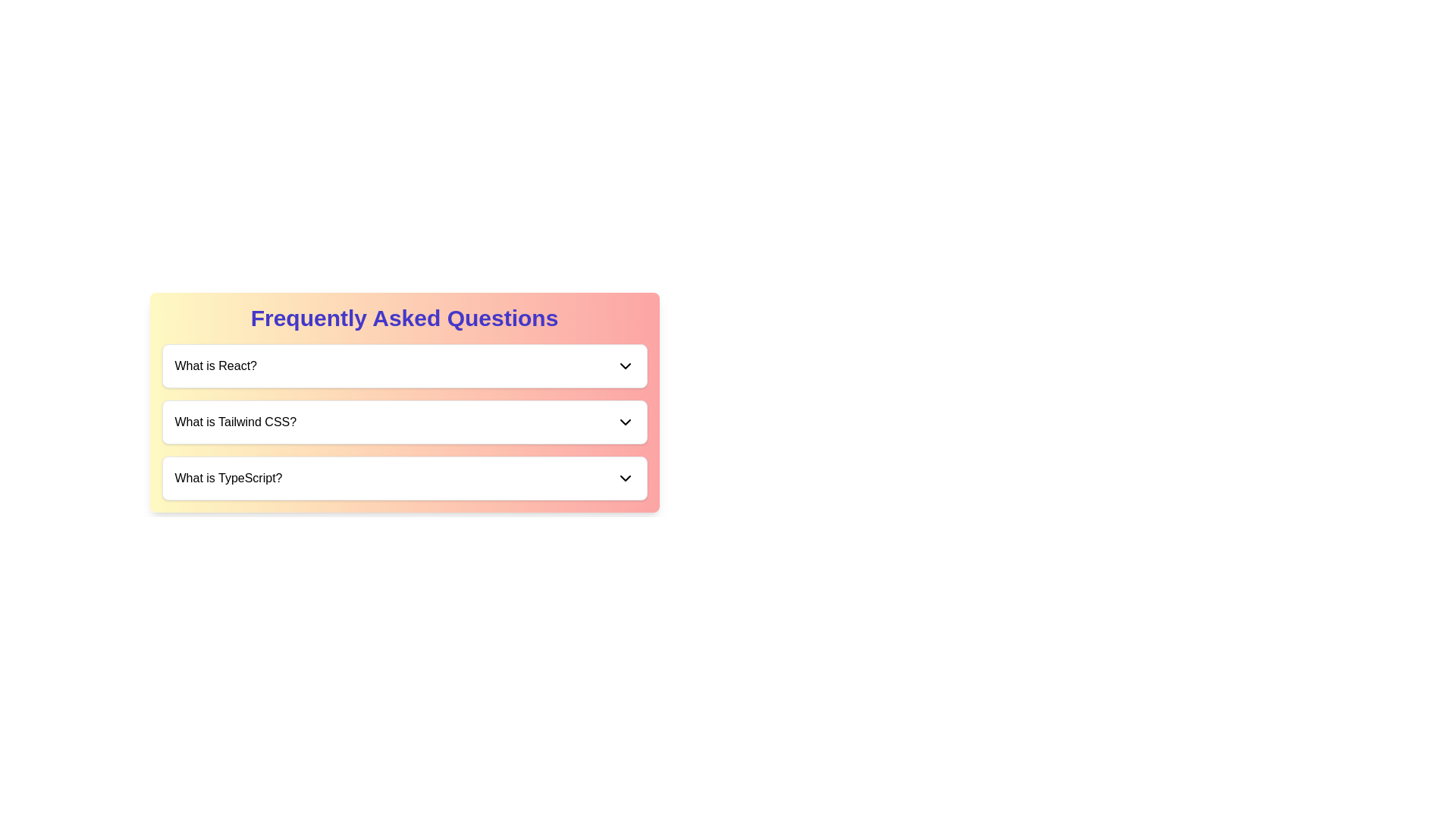 The image size is (1456, 819). I want to click on the Dropdown Toggle Icon associated with the question 'What is React?', so click(625, 366).